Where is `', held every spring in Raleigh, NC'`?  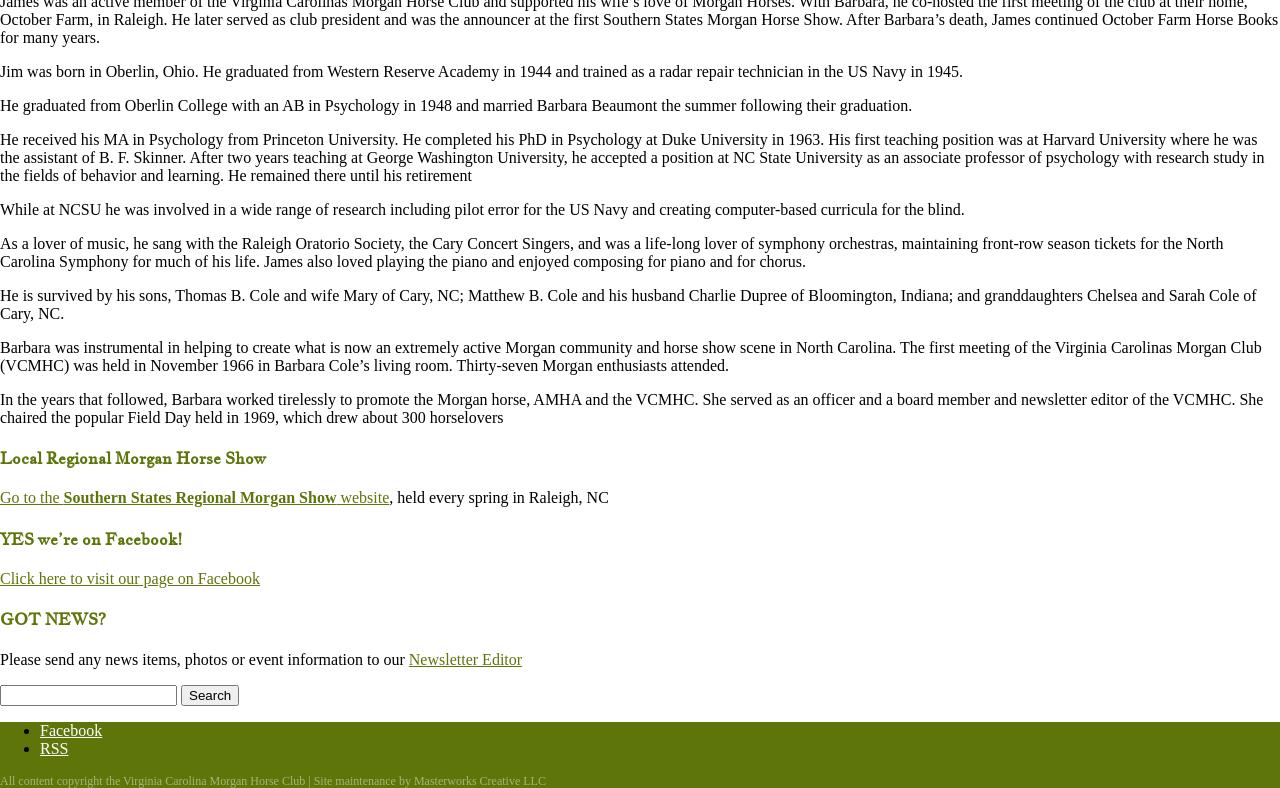 ', held every spring in Raleigh, NC' is located at coordinates (498, 497).